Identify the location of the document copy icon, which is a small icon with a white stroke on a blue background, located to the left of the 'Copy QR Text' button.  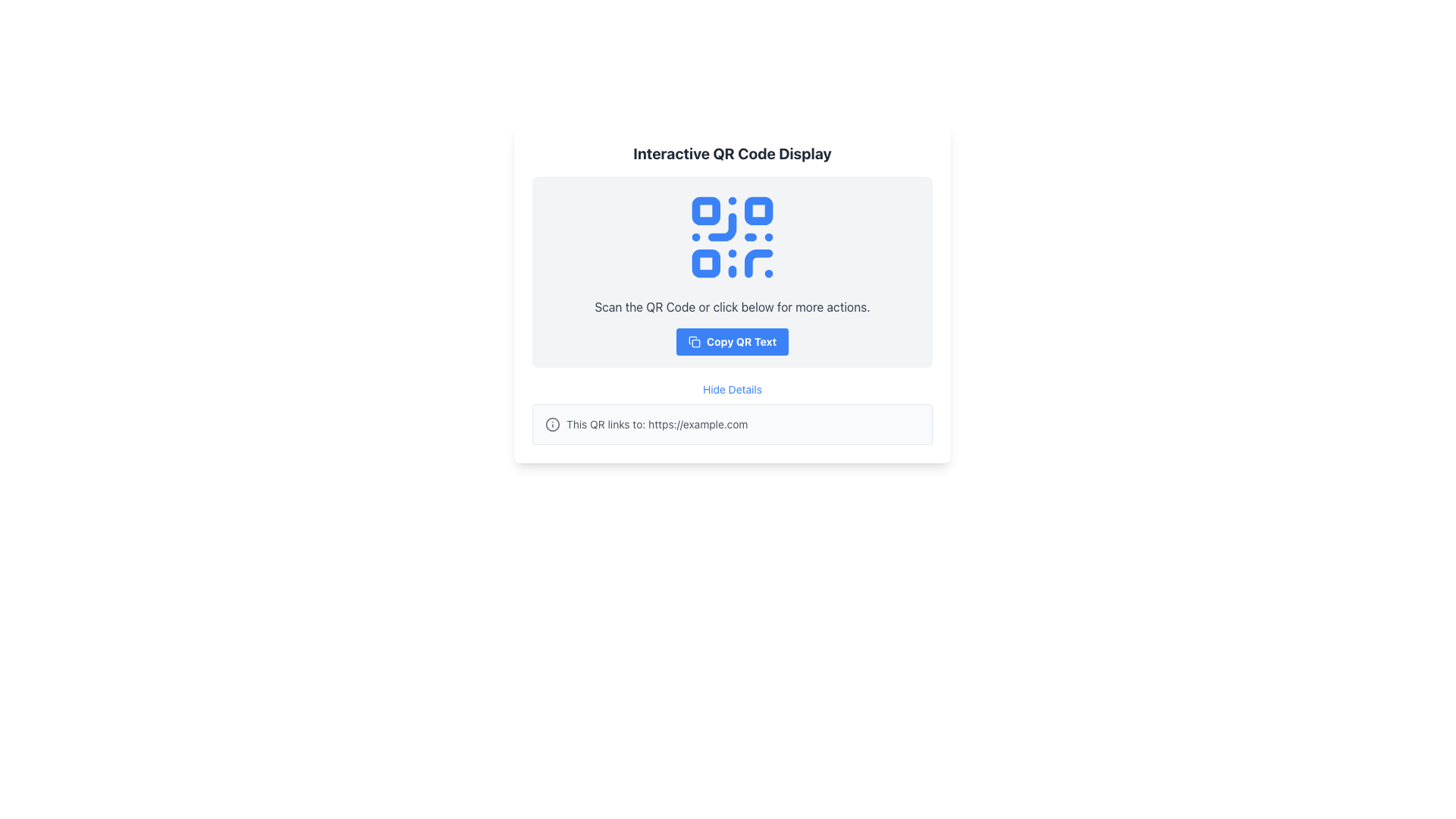
(693, 342).